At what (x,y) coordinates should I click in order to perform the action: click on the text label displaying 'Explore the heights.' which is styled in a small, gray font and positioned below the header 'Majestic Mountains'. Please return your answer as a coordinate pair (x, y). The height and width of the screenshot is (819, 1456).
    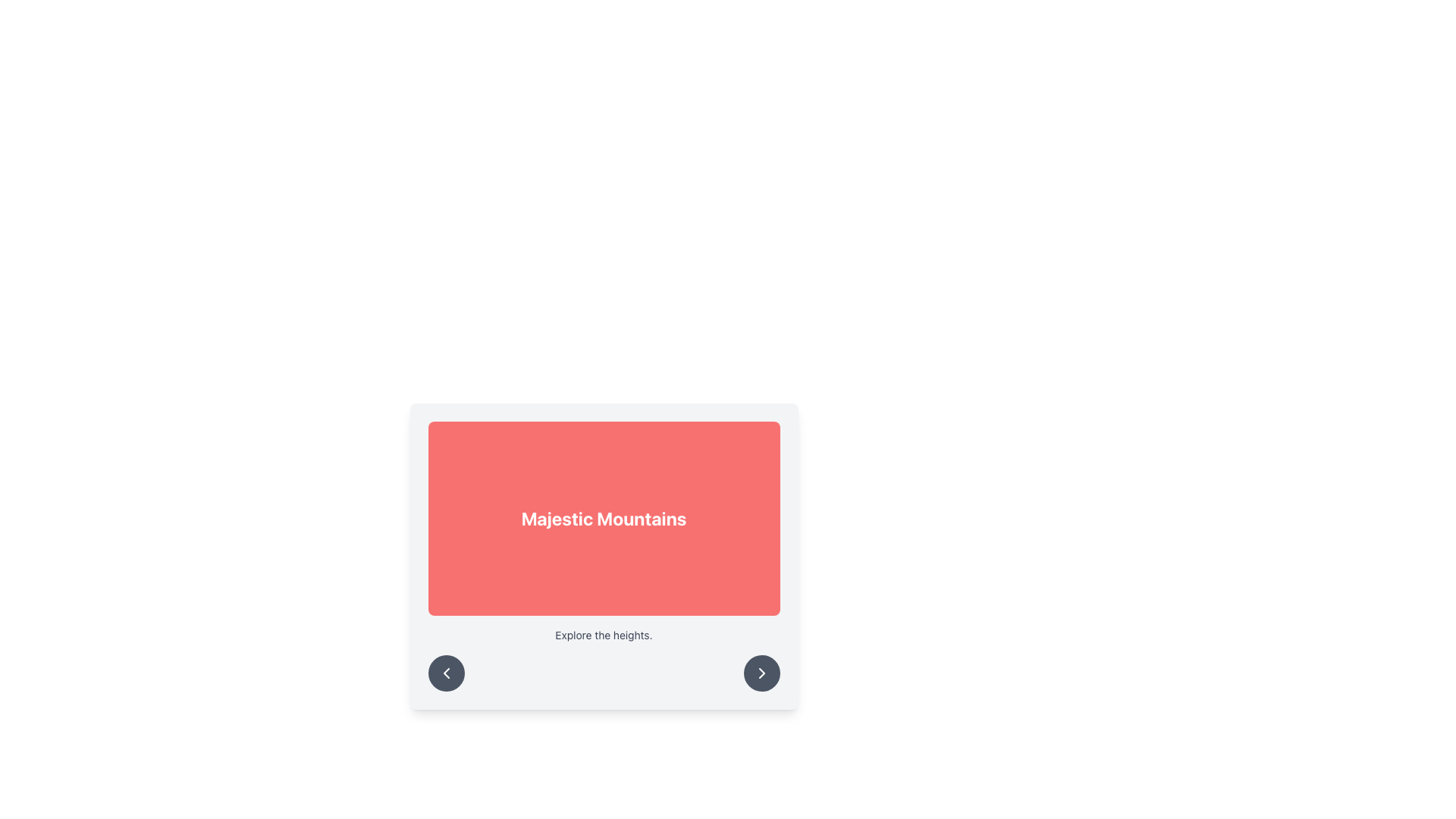
    Looking at the image, I should click on (603, 635).